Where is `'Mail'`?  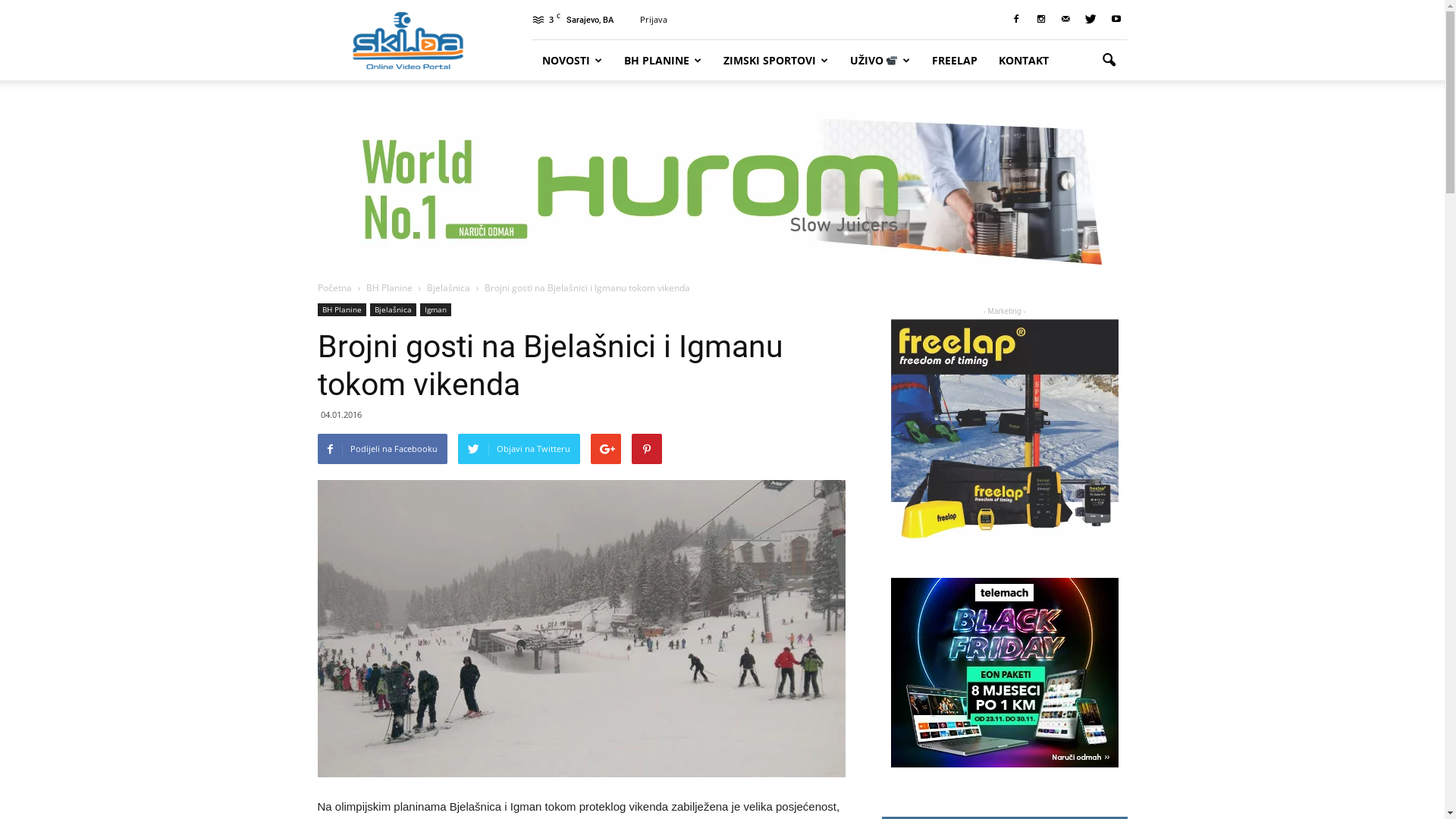 'Mail' is located at coordinates (1065, 20).